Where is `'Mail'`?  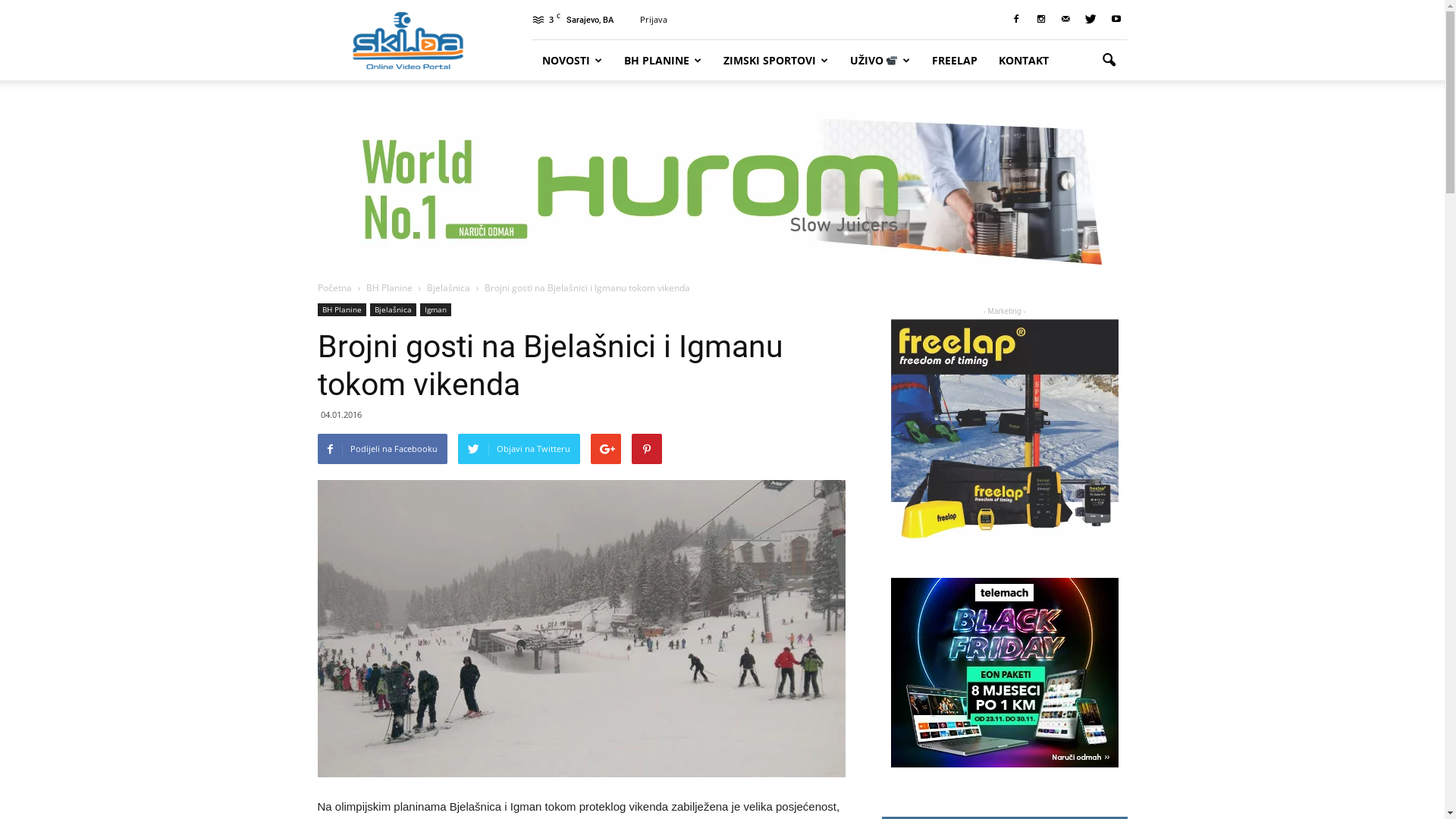 'Mail' is located at coordinates (1065, 20).